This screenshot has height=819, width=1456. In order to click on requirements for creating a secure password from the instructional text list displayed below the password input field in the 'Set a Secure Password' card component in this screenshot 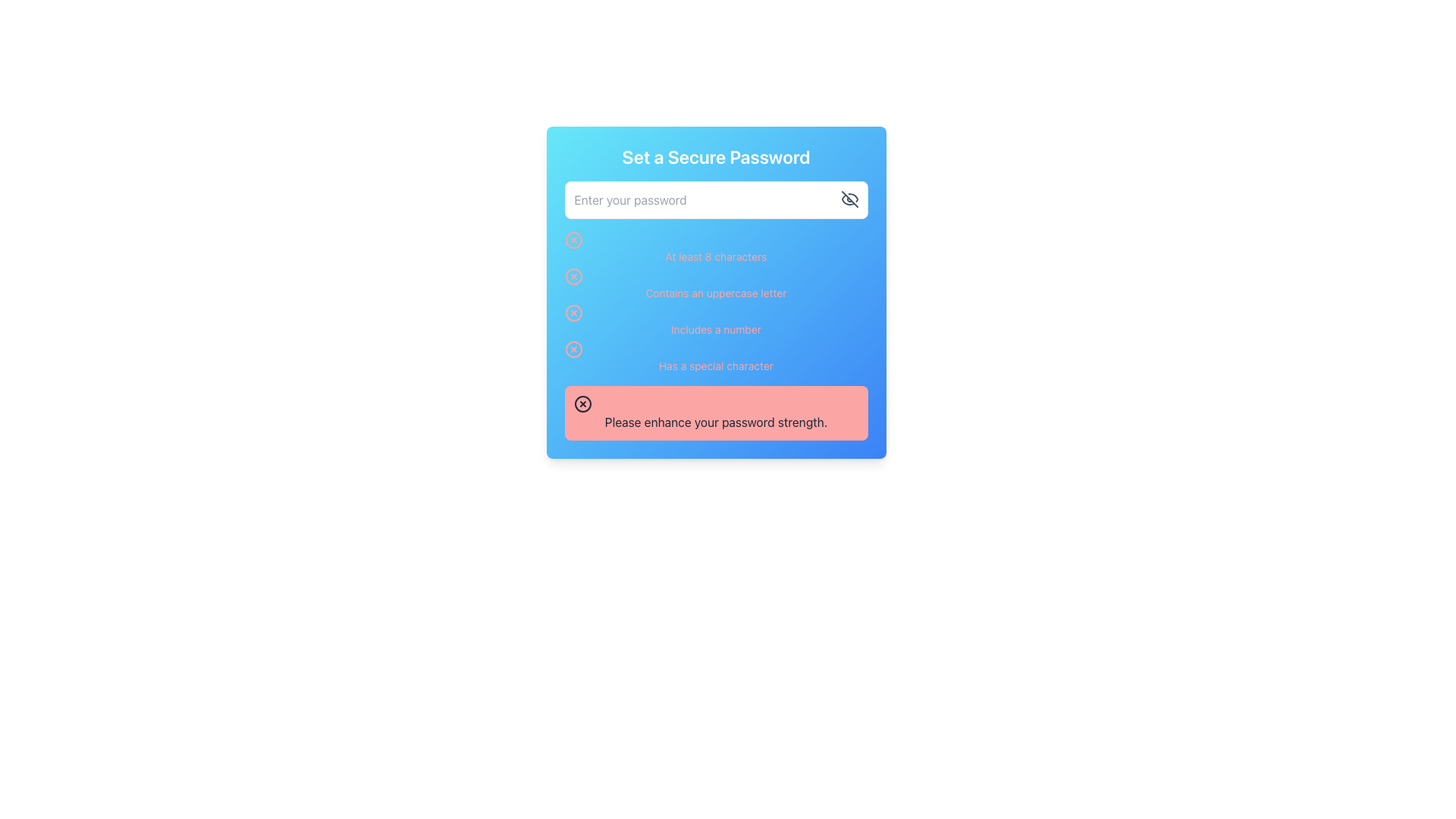, I will do `click(715, 302)`.